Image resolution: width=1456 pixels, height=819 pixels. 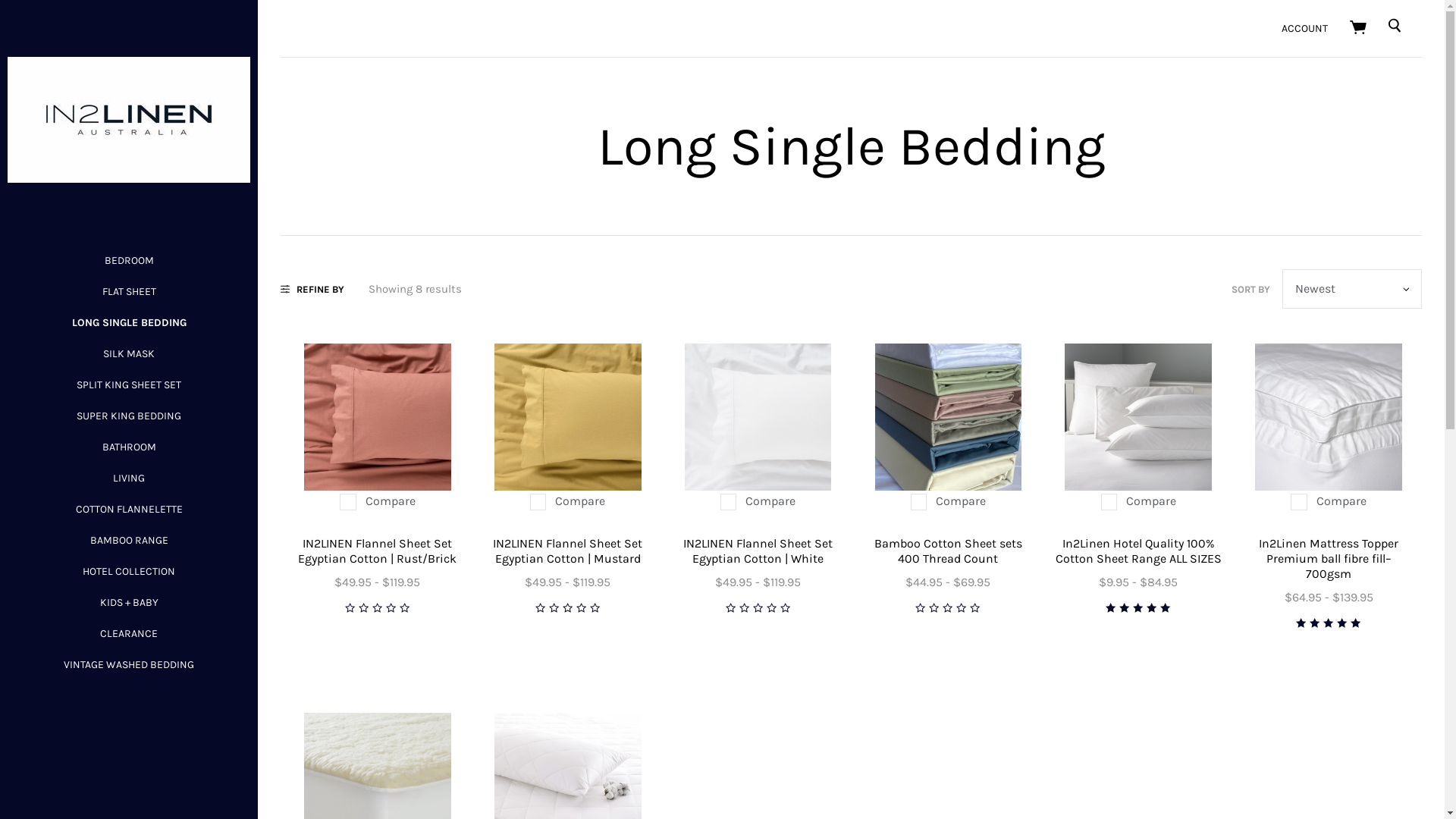 I want to click on 'LIVING', so click(x=128, y=478).